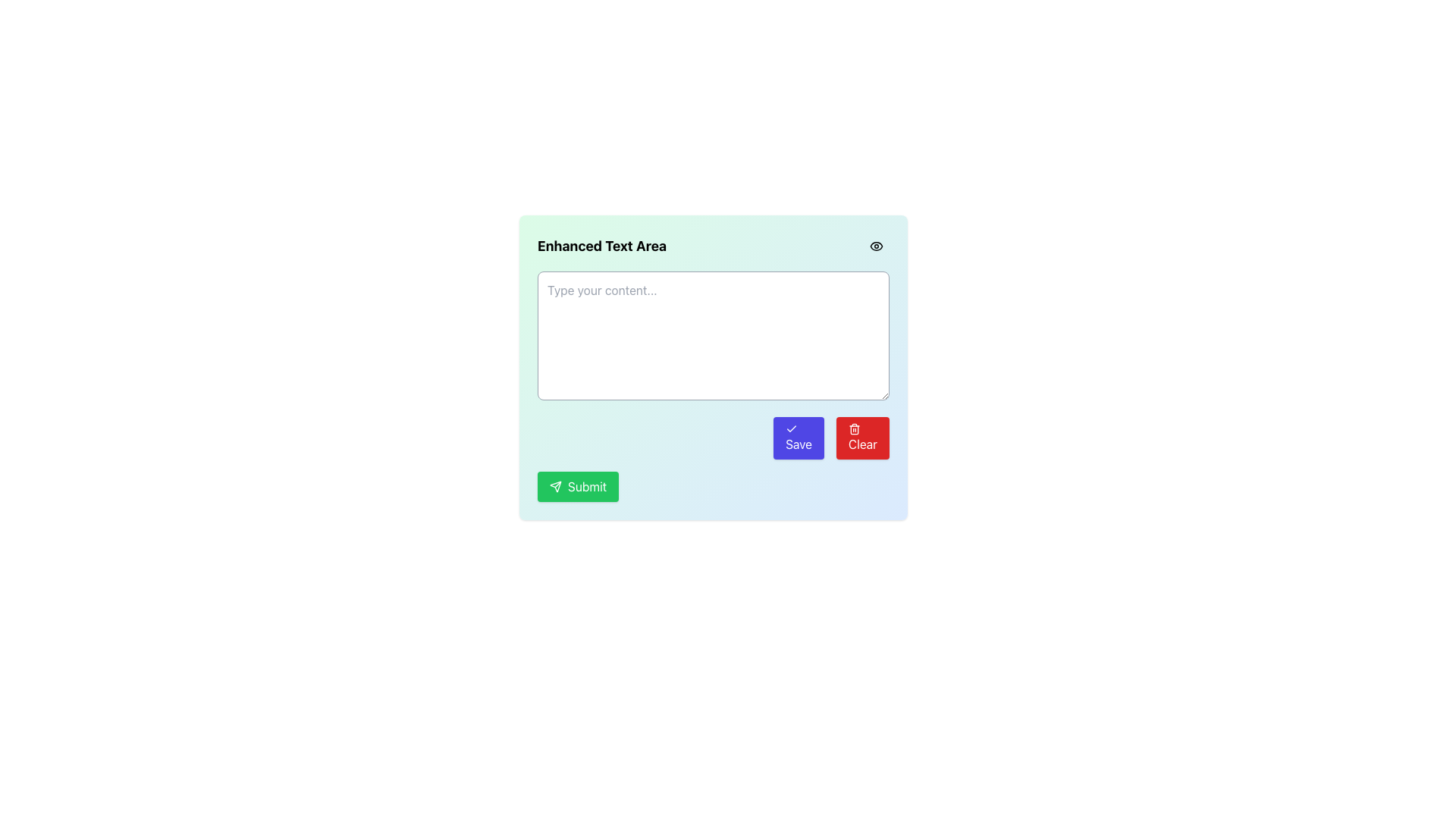 Image resolution: width=1456 pixels, height=819 pixels. Describe the element at coordinates (877, 245) in the screenshot. I see `the small circular icon button resembling an eye, located in the upper-right section of the interface near the enhanced text area` at that location.